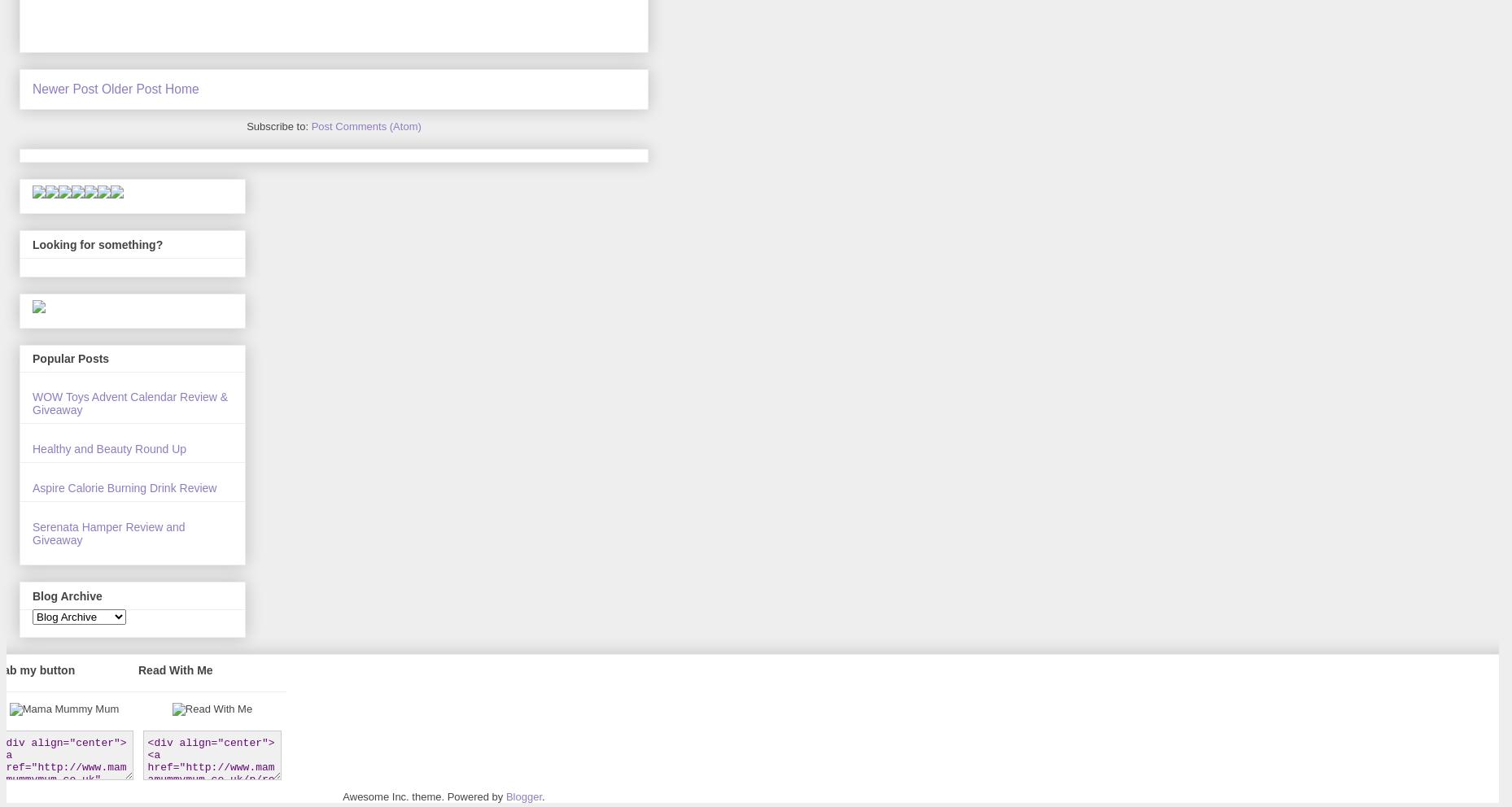  What do you see at coordinates (98, 243) in the screenshot?
I see `'Looking for something?'` at bounding box center [98, 243].